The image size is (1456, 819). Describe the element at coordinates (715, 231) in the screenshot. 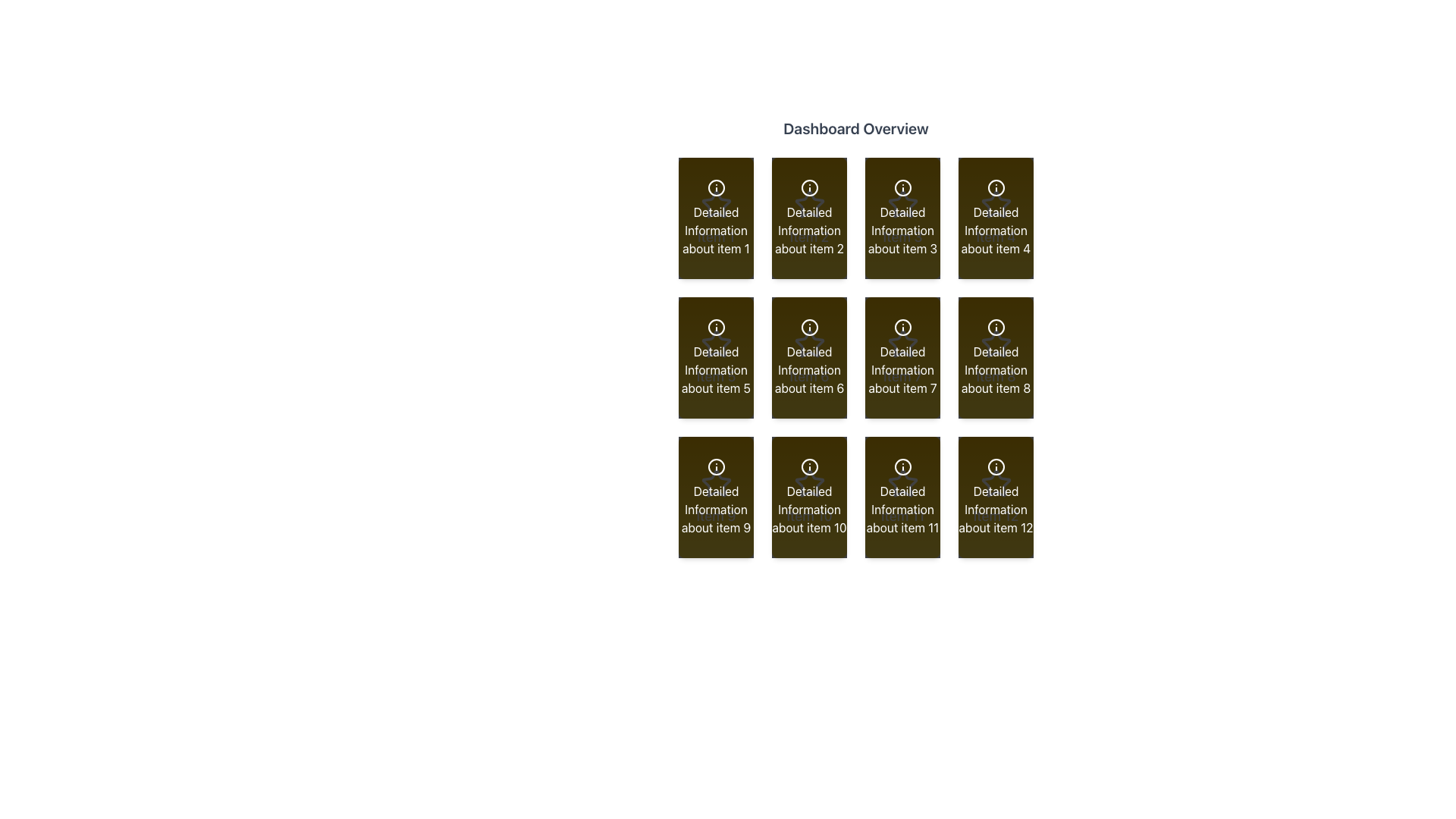

I see `the Text Label that describes item 1 in the top-left card of the 4x3 grid layout` at that location.